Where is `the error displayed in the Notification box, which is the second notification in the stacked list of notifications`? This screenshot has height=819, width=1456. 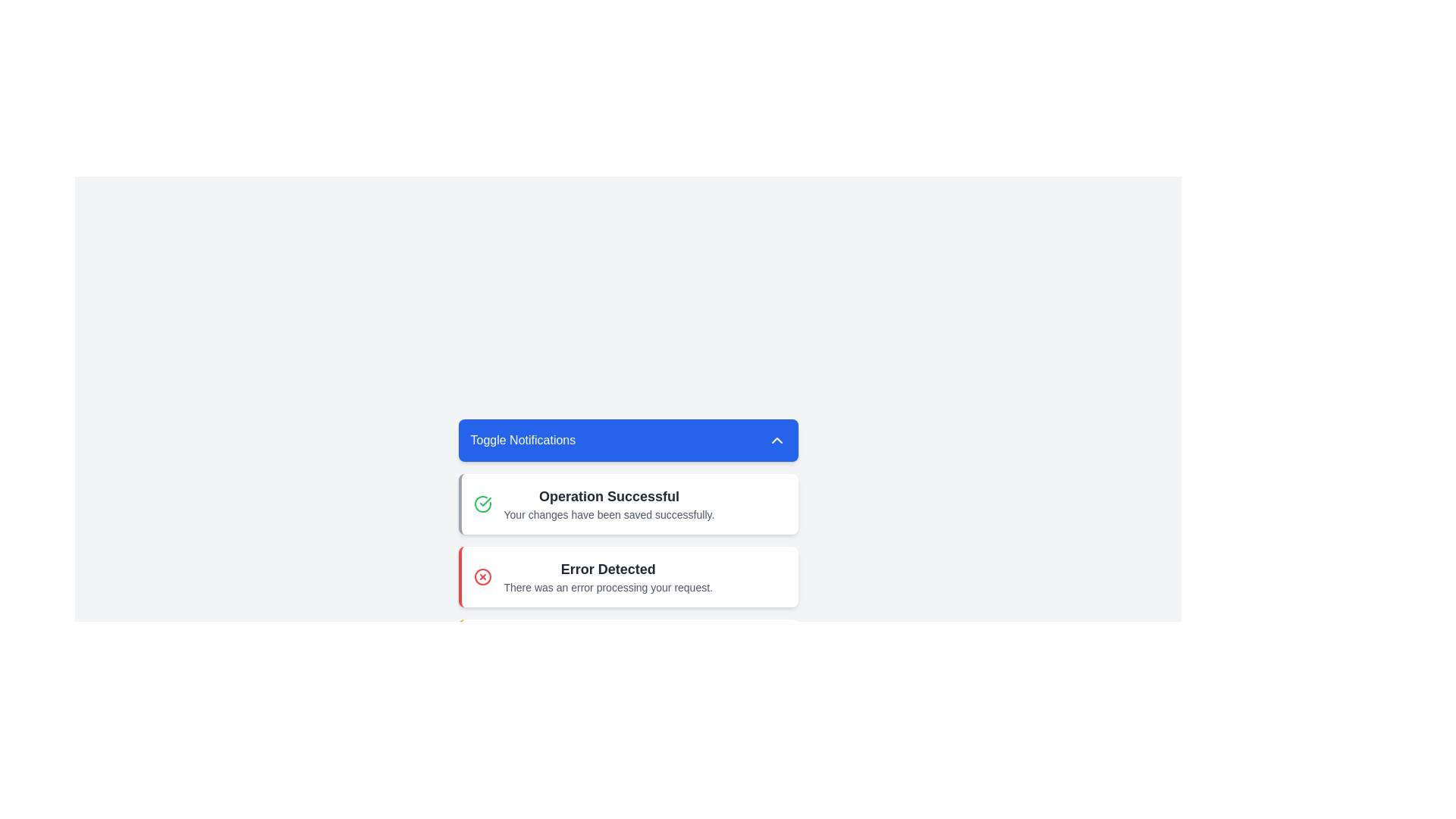 the error displayed in the Notification box, which is the second notification in the stacked list of notifications is located at coordinates (628, 576).